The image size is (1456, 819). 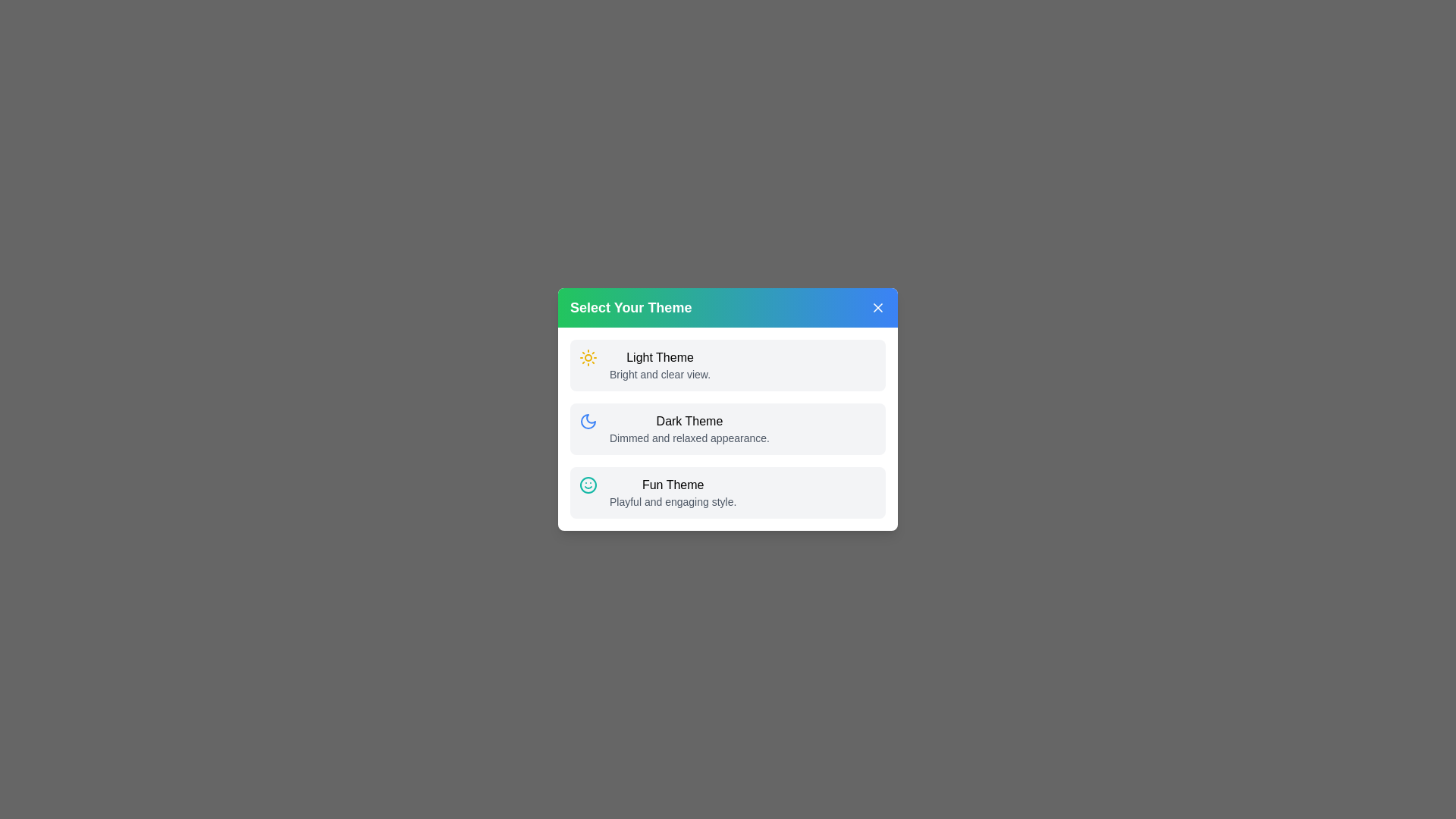 I want to click on the theme Dark Theme by clicking on its respective area, so click(x=728, y=429).